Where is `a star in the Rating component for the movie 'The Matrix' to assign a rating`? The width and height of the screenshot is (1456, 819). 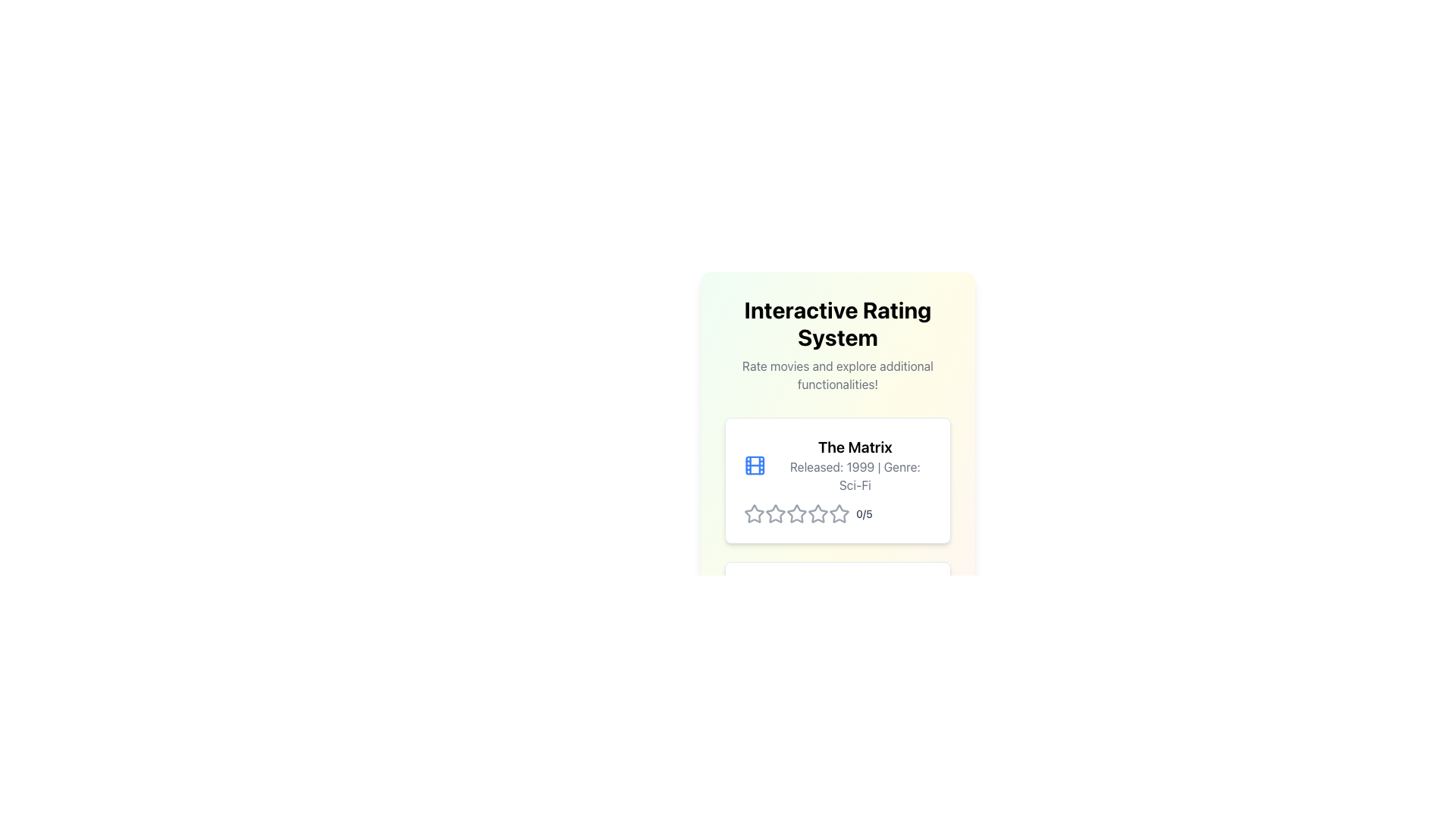 a star in the Rating component for the movie 'The Matrix' to assign a rating is located at coordinates (836, 513).